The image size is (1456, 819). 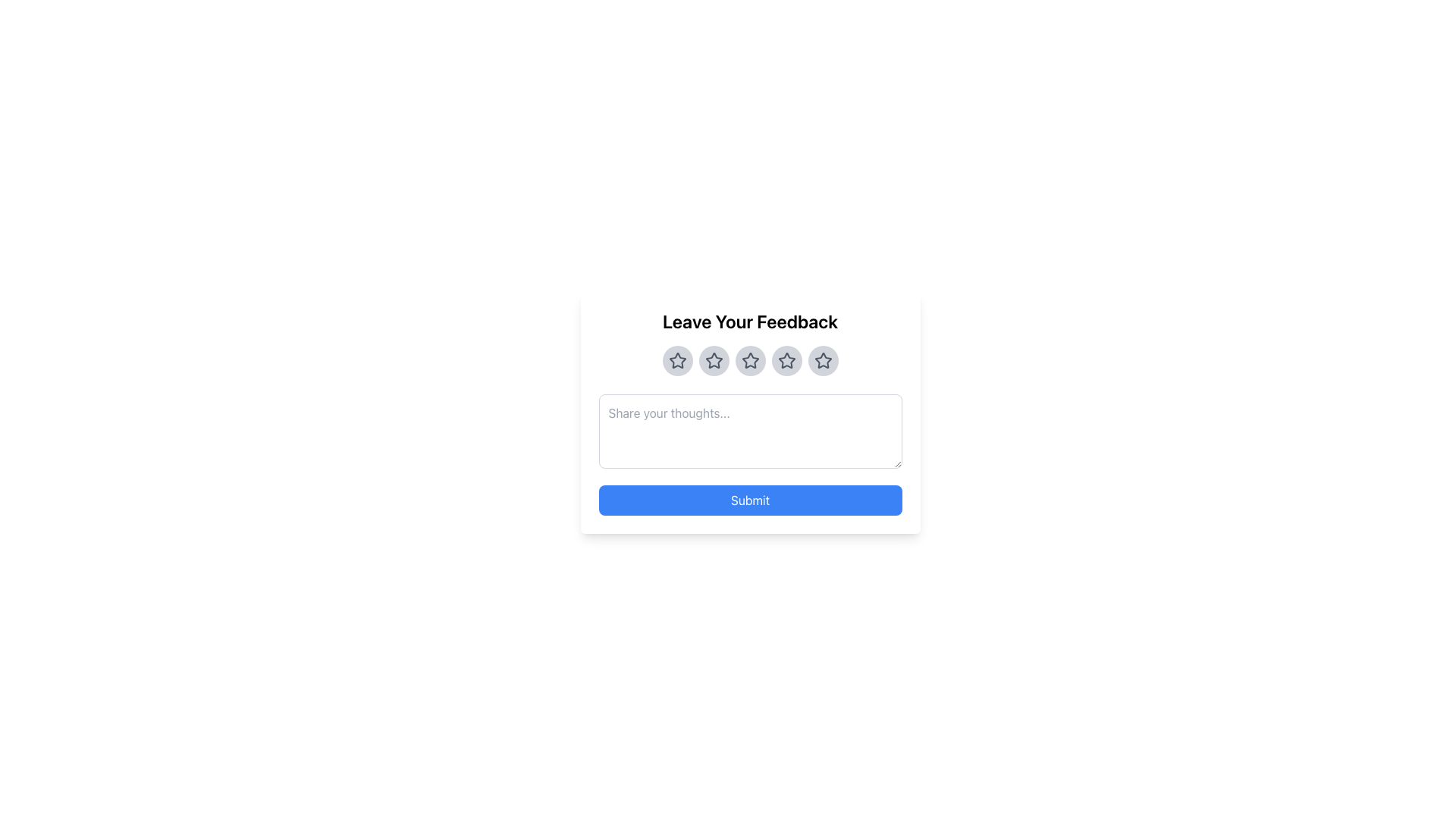 What do you see at coordinates (750, 360) in the screenshot?
I see `the third star in the rating system` at bounding box center [750, 360].